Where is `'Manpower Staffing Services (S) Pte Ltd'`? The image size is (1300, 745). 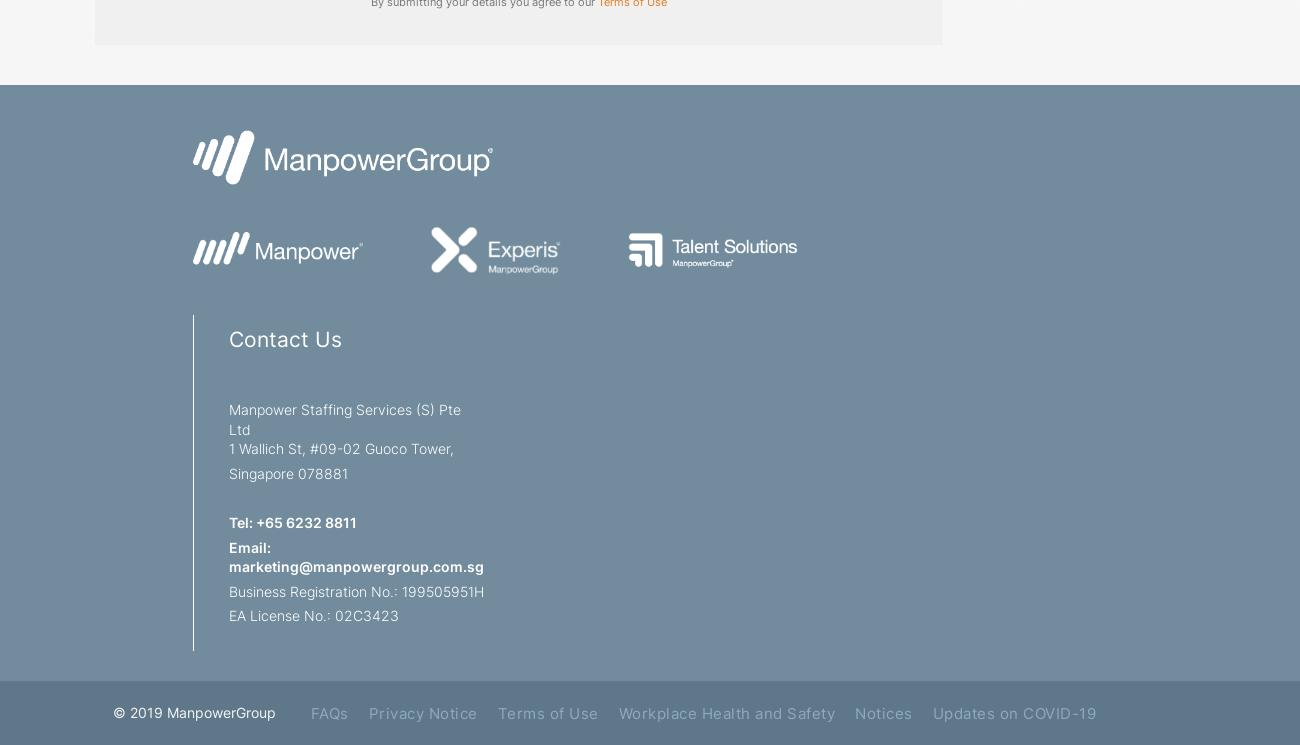
'Manpower Staffing Services (S) Pte Ltd' is located at coordinates (344, 418).